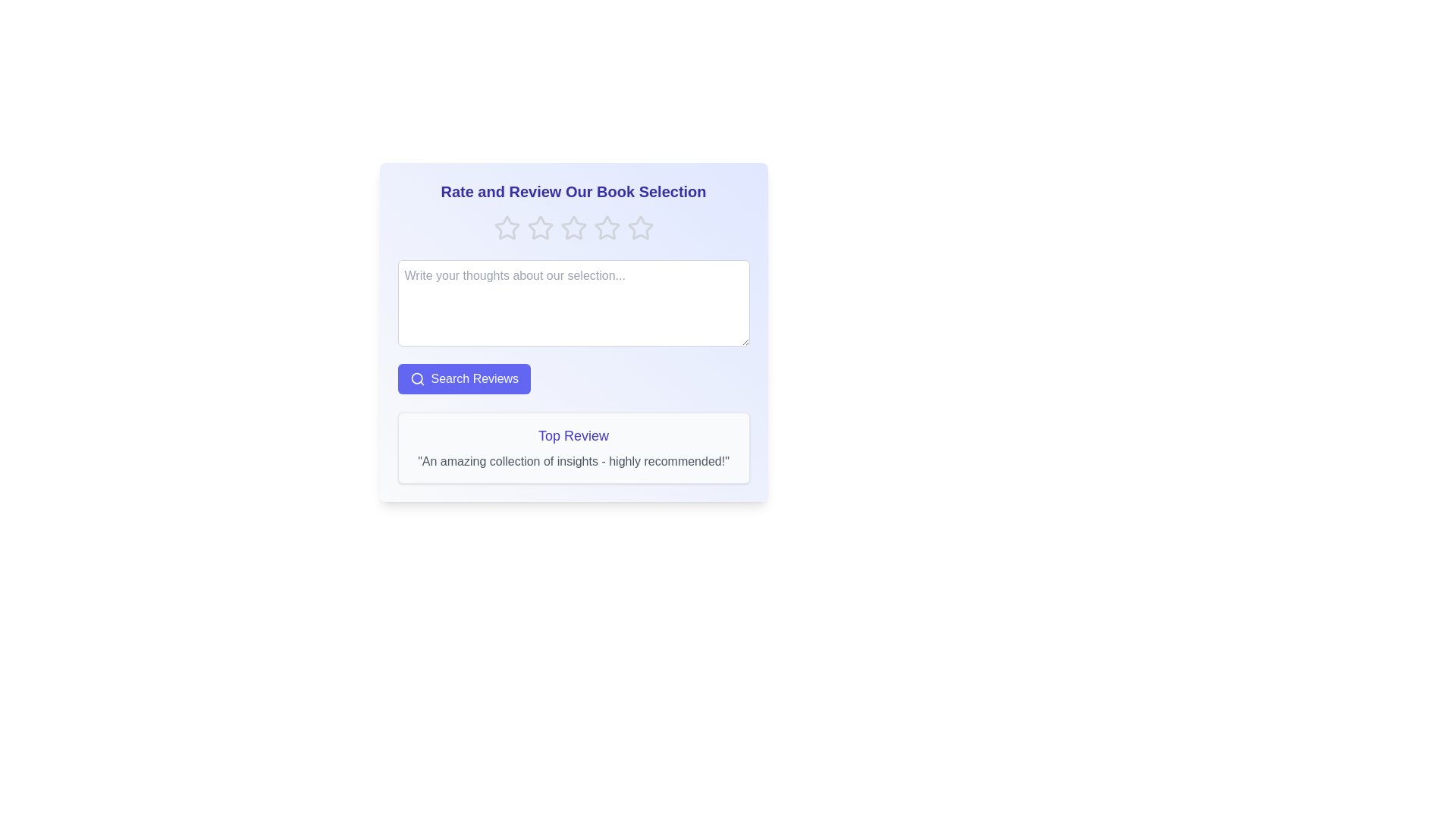  I want to click on the rating to 1 stars by clicking the corresponding star, so click(507, 227).